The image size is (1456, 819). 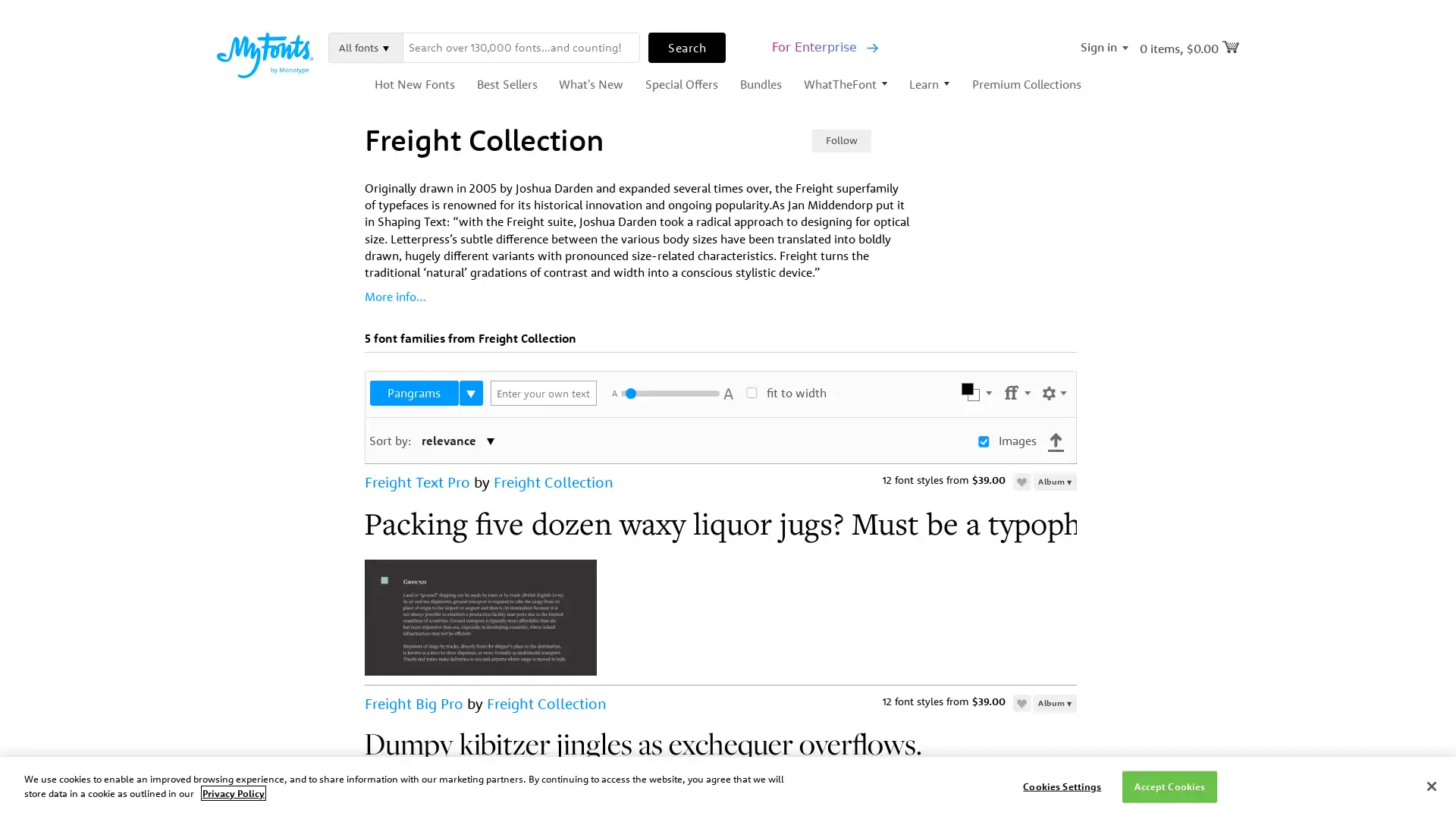 What do you see at coordinates (1169, 786) in the screenshot?
I see `Accept Cookies` at bounding box center [1169, 786].